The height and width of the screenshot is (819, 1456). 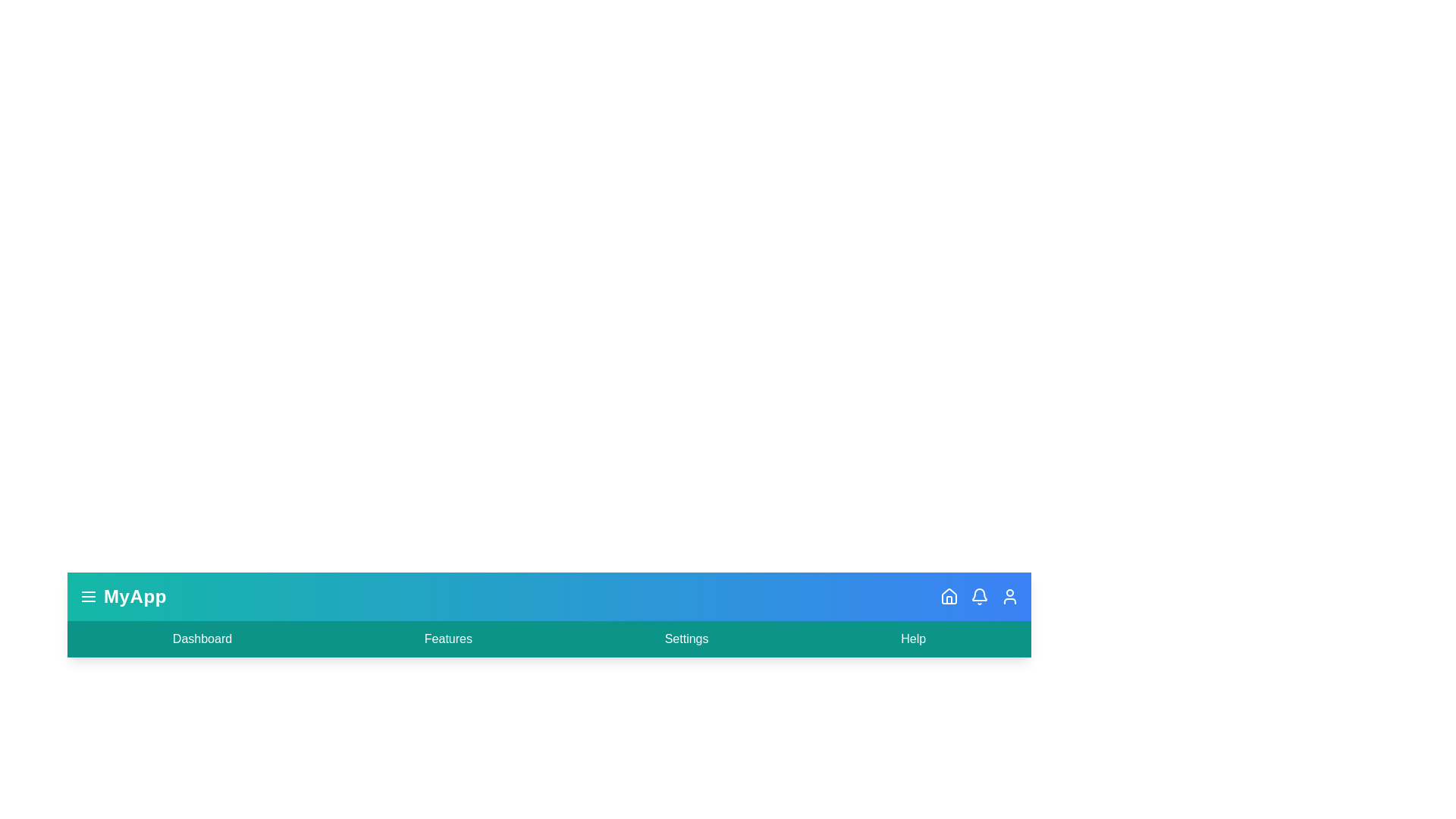 I want to click on the home icon to navigate to the home section, so click(x=949, y=595).